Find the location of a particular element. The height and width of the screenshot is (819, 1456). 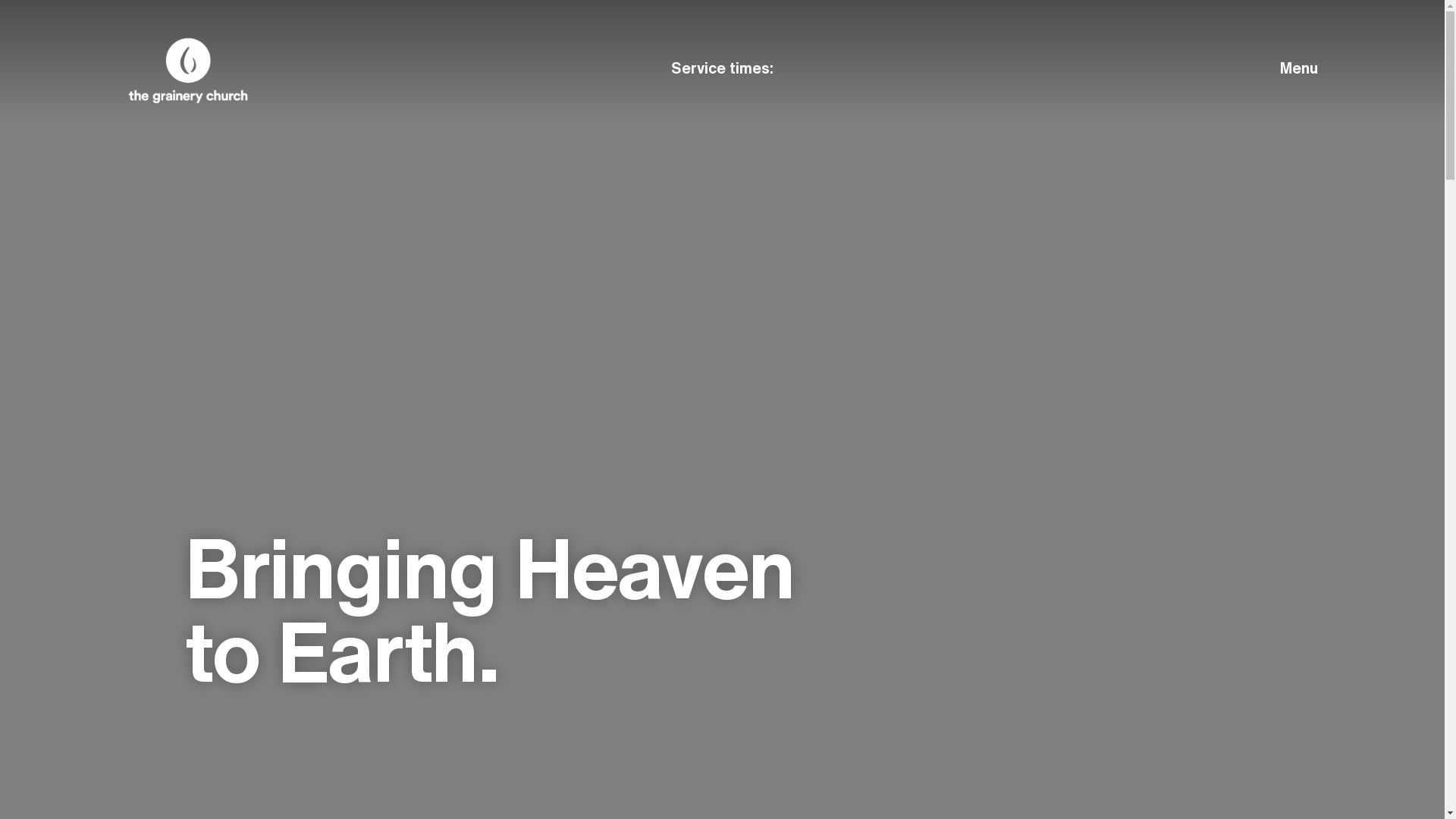

'Menu' is located at coordinates (1229, 67).